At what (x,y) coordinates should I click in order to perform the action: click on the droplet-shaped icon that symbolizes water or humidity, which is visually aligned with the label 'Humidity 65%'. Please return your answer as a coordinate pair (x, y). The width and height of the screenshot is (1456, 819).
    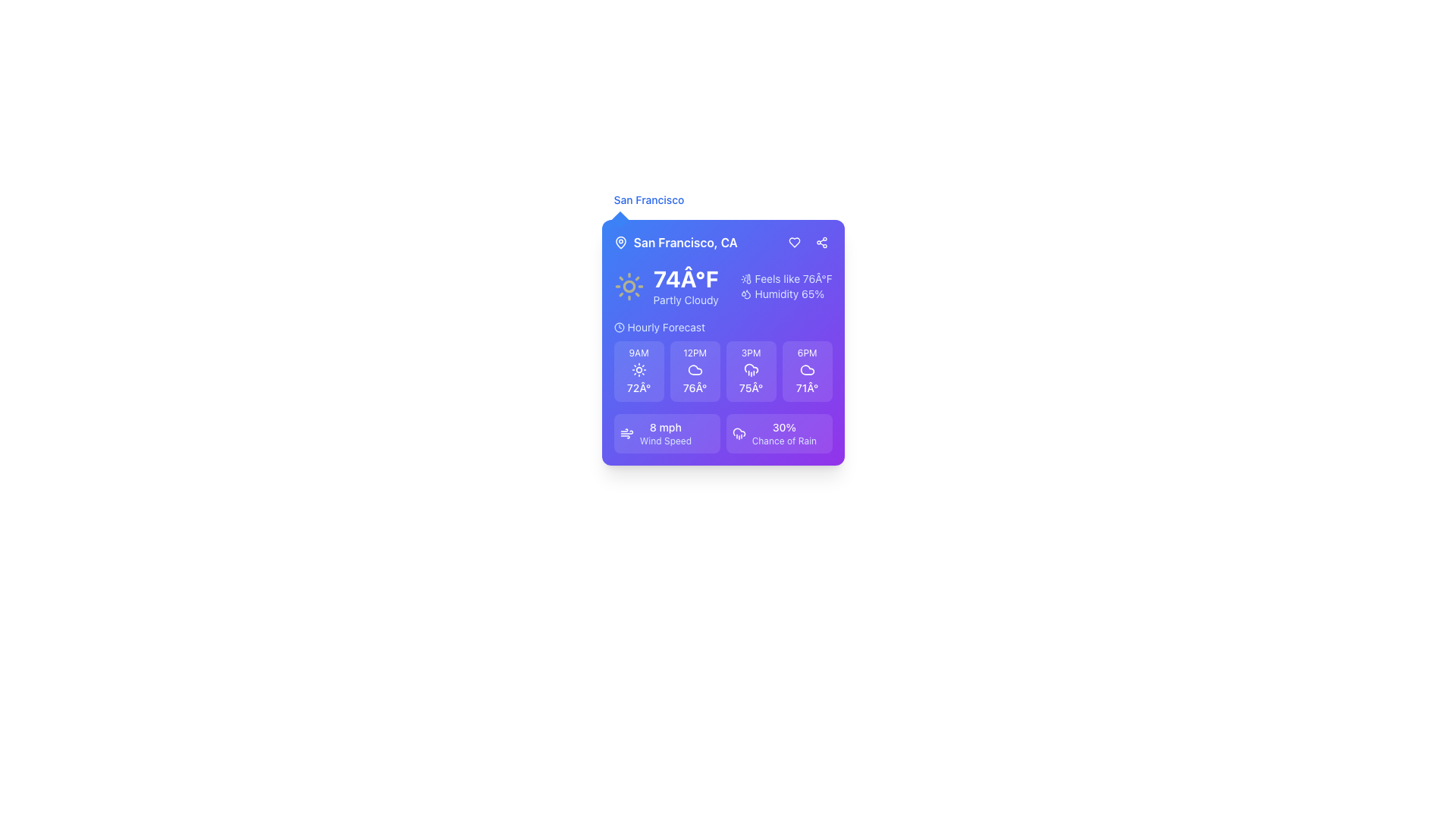
    Looking at the image, I should click on (746, 294).